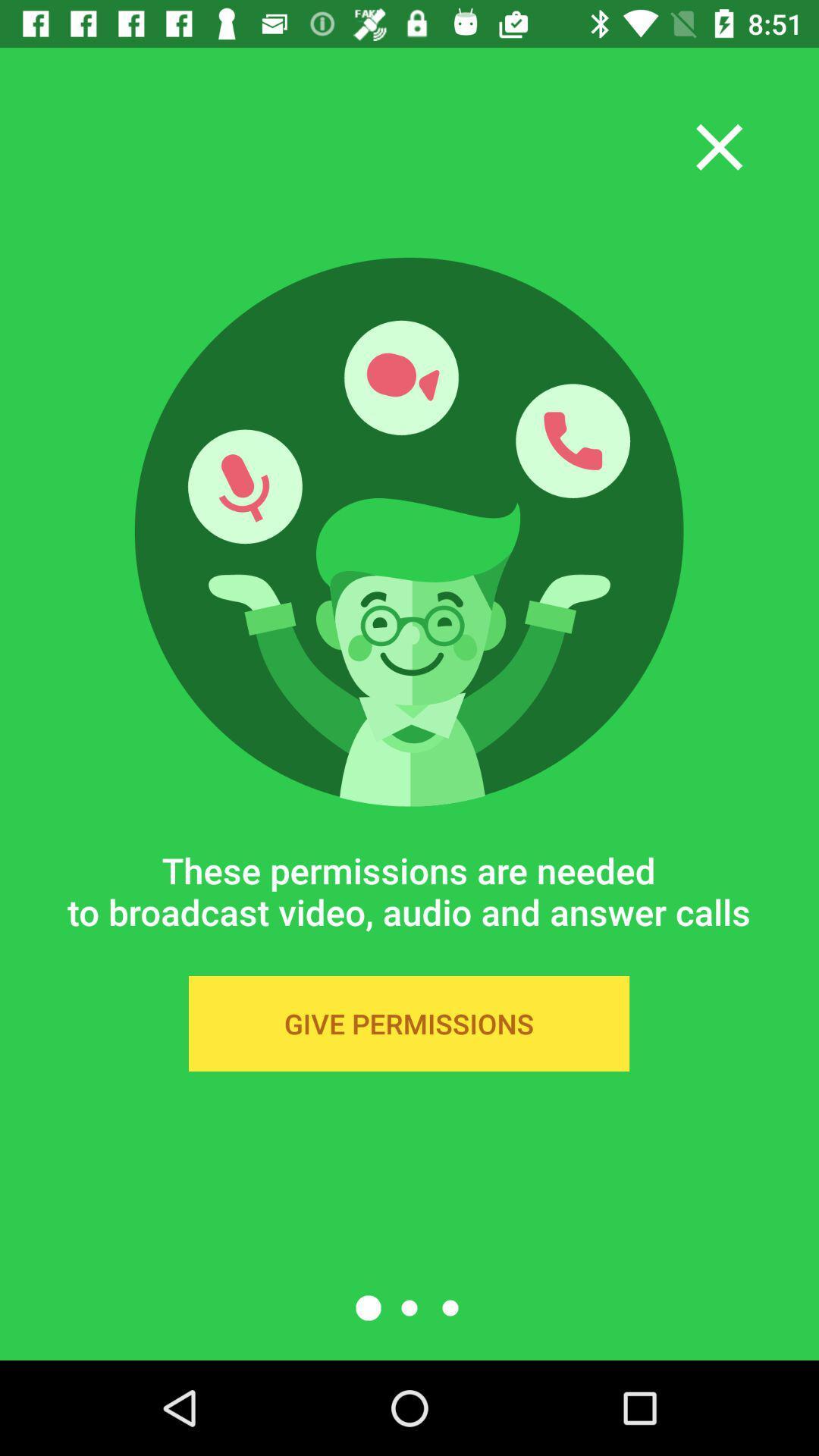  Describe the element at coordinates (408, 1023) in the screenshot. I see `the give permissions item` at that location.